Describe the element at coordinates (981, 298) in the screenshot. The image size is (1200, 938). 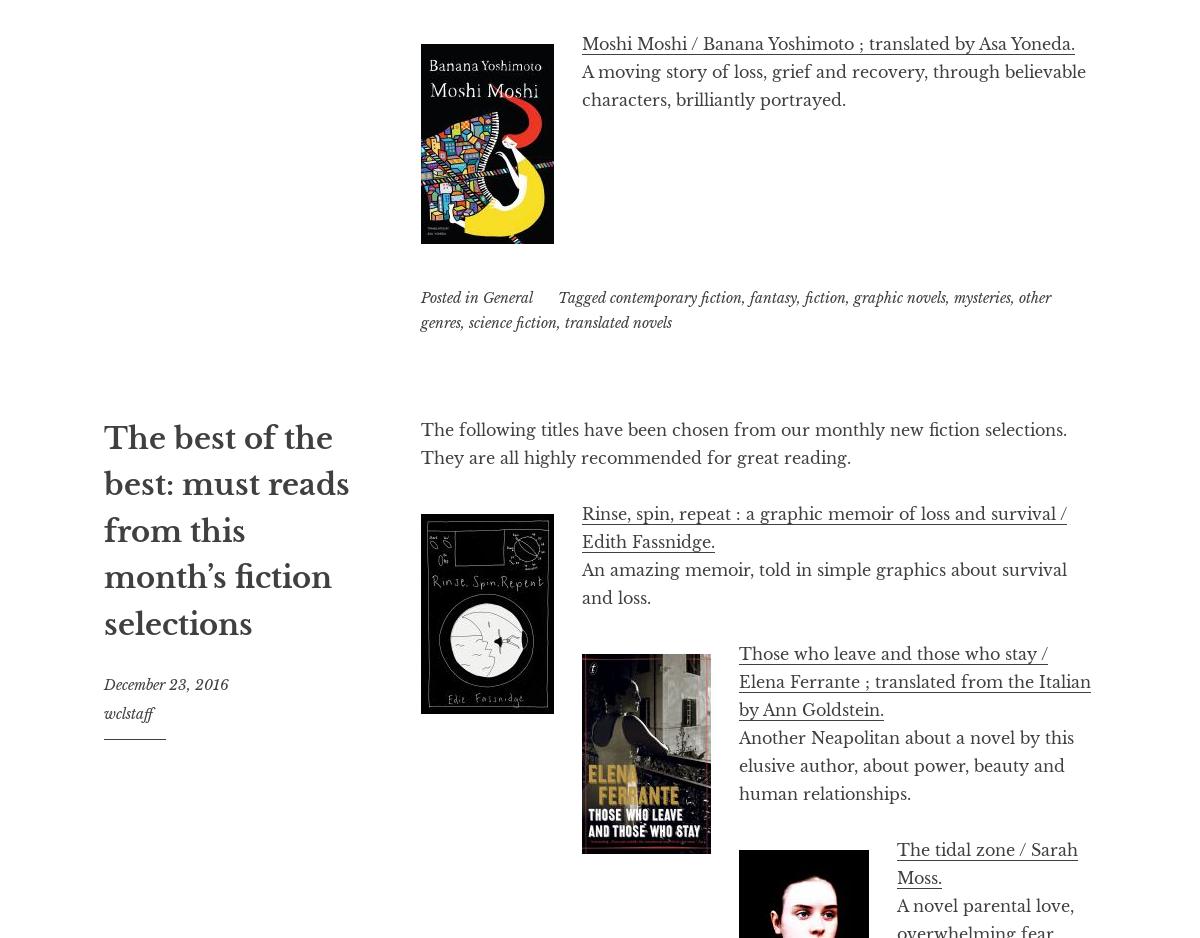
I see `'mysteries'` at that location.